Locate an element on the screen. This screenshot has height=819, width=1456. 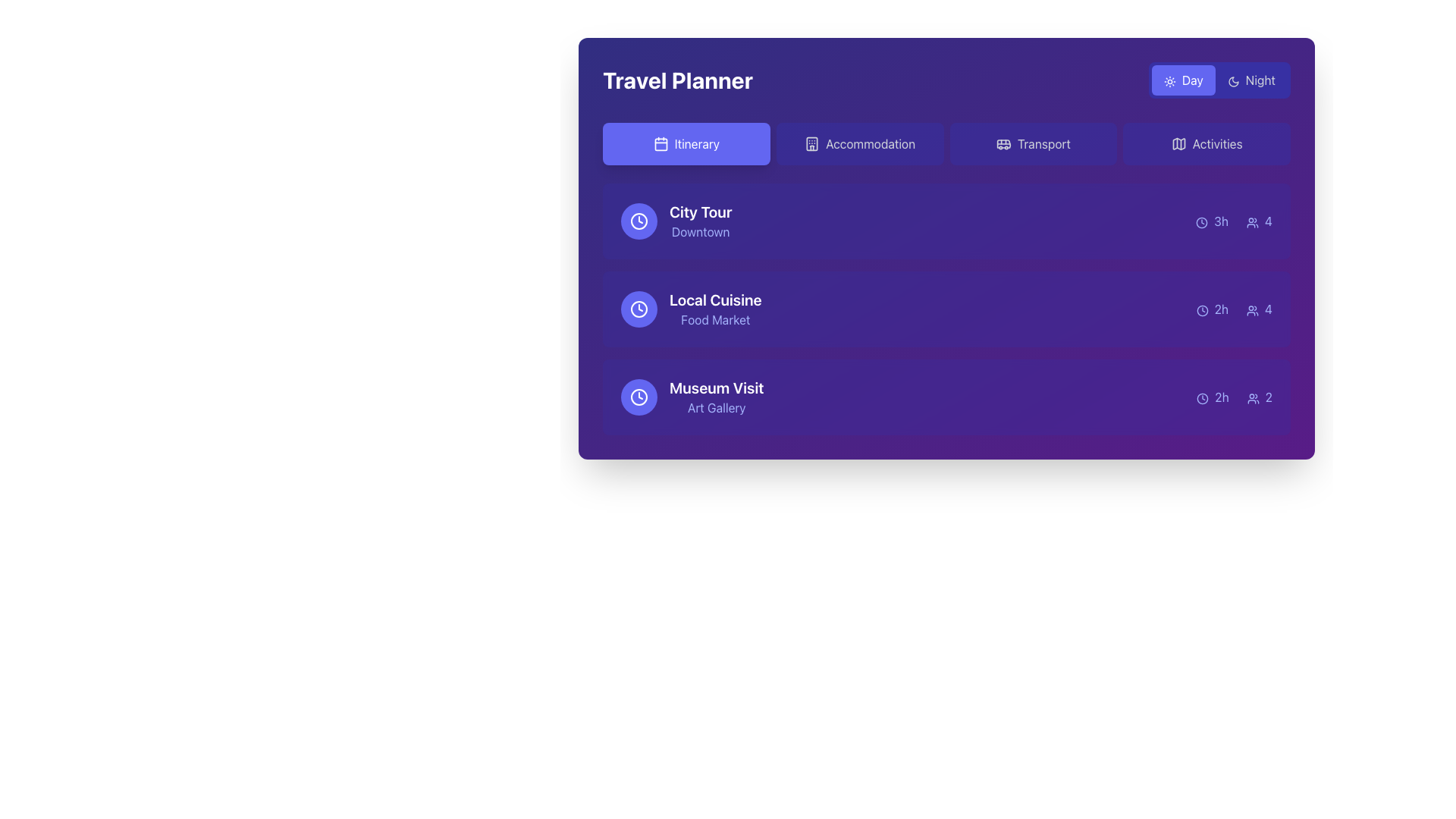
the horizontally rectangular purple button labeled 'Accommodation' with a small building icon is located at coordinates (860, 143).